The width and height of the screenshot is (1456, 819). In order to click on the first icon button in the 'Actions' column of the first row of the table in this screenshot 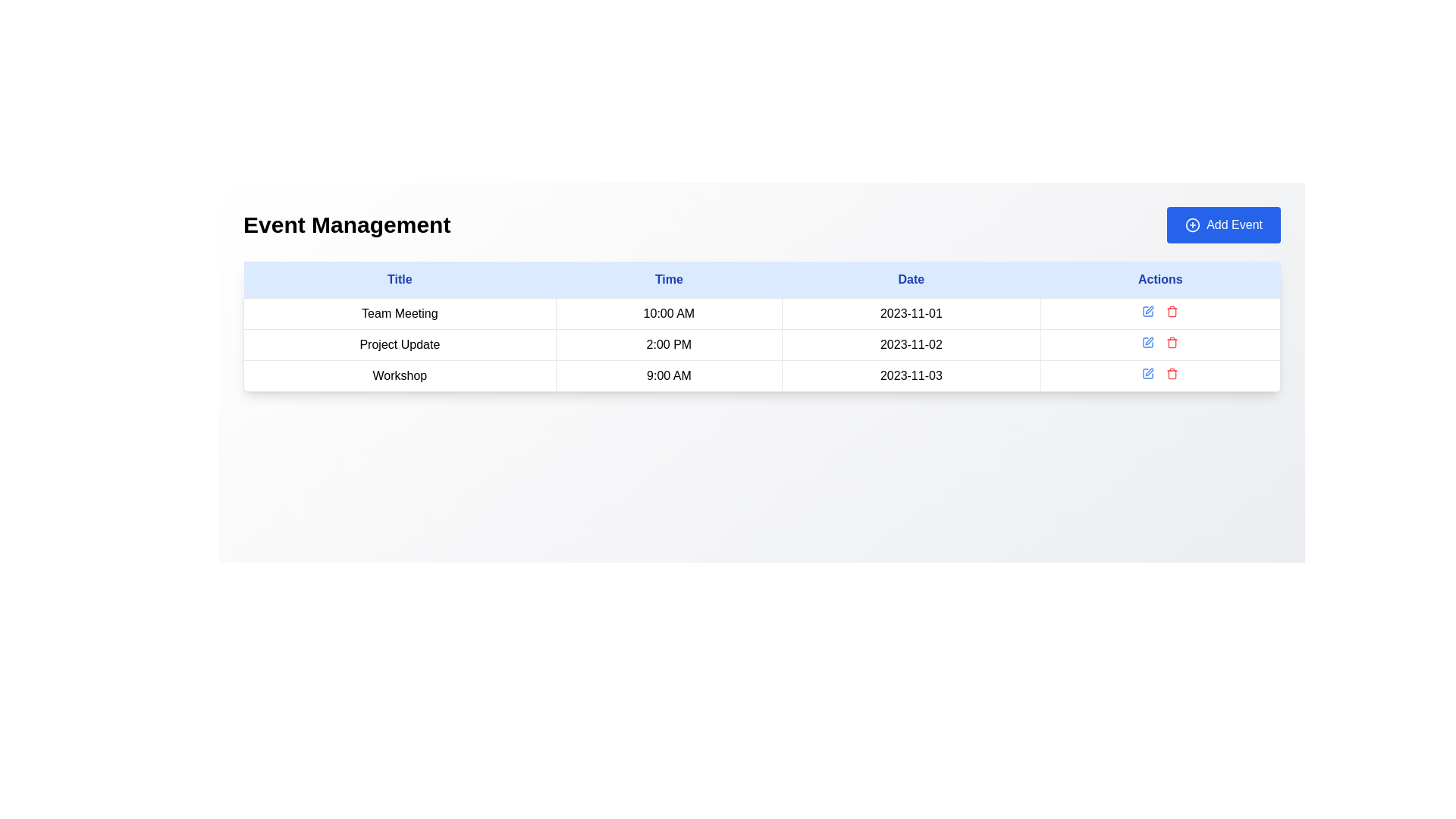, I will do `click(1148, 311)`.